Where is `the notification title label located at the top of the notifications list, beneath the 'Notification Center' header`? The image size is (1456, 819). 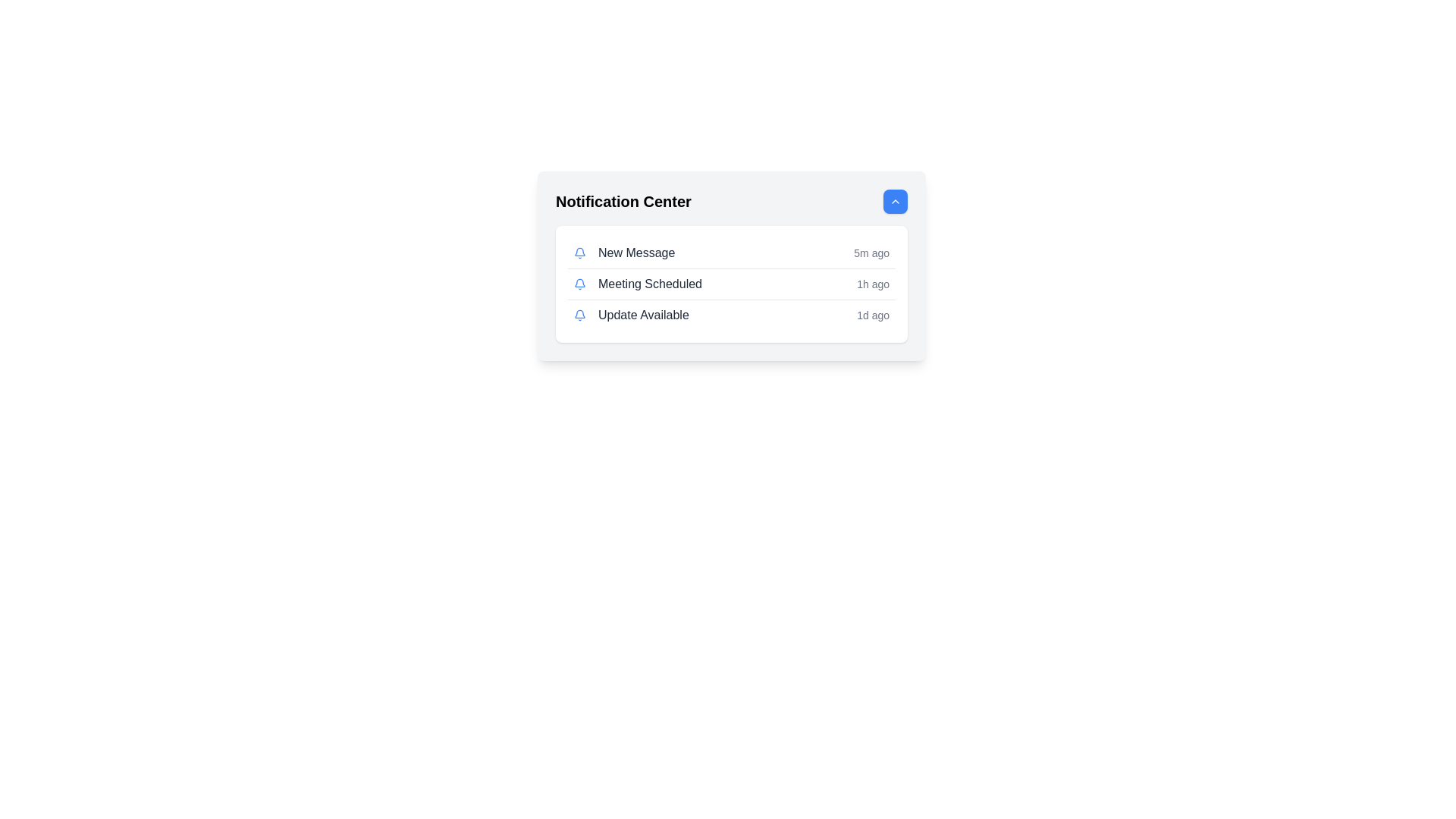 the notification title label located at the top of the notifications list, beneath the 'Notification Center' header is located at coordinates (624, 253).